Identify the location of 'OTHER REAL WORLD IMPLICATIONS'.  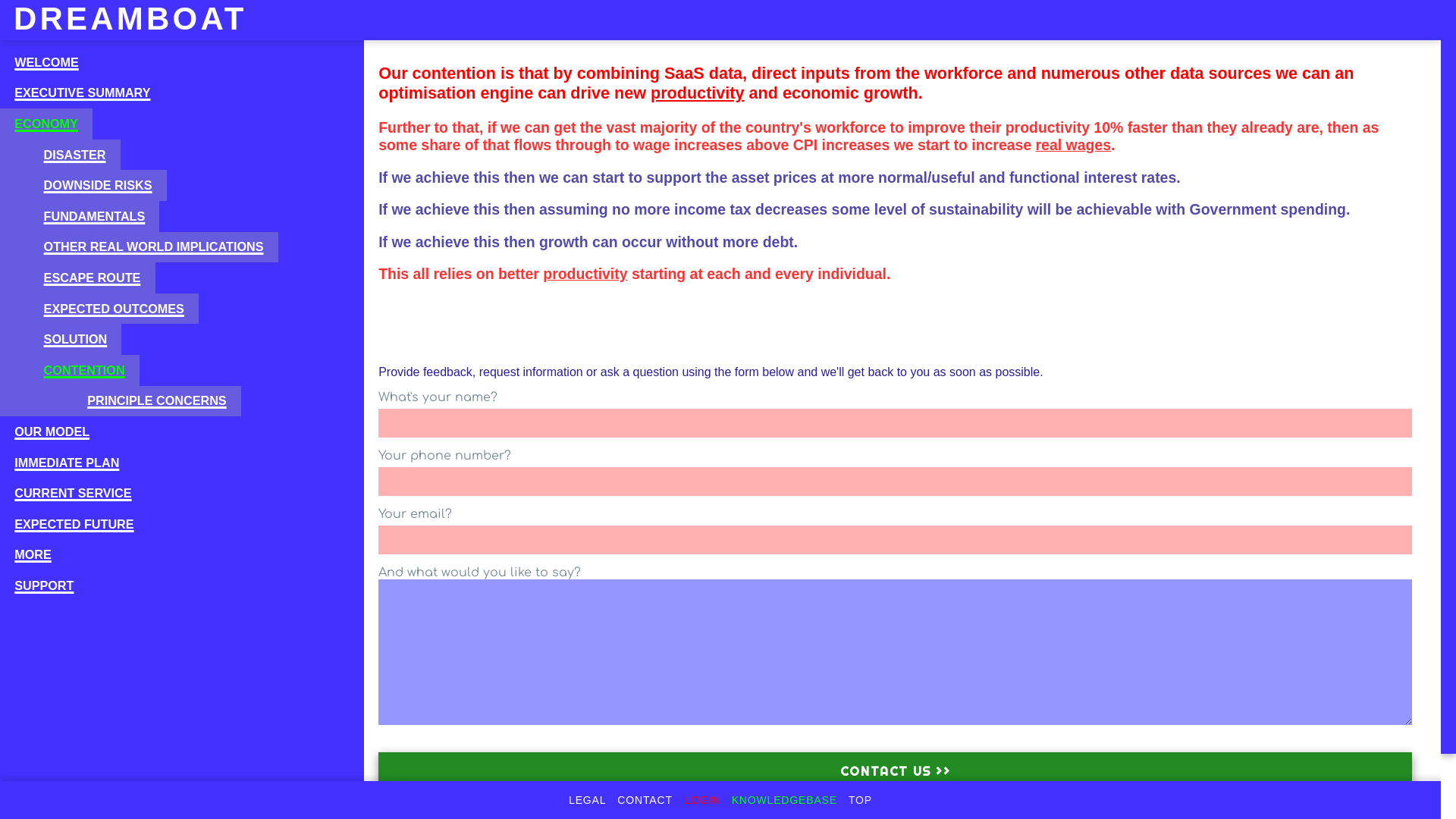
(139, 246).